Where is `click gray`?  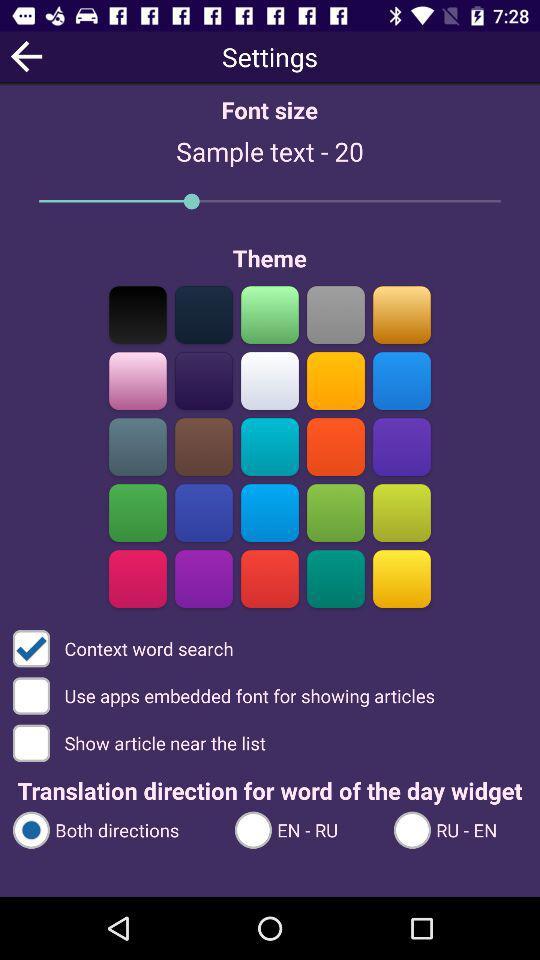 click gray is located at coordinates (335, 314).